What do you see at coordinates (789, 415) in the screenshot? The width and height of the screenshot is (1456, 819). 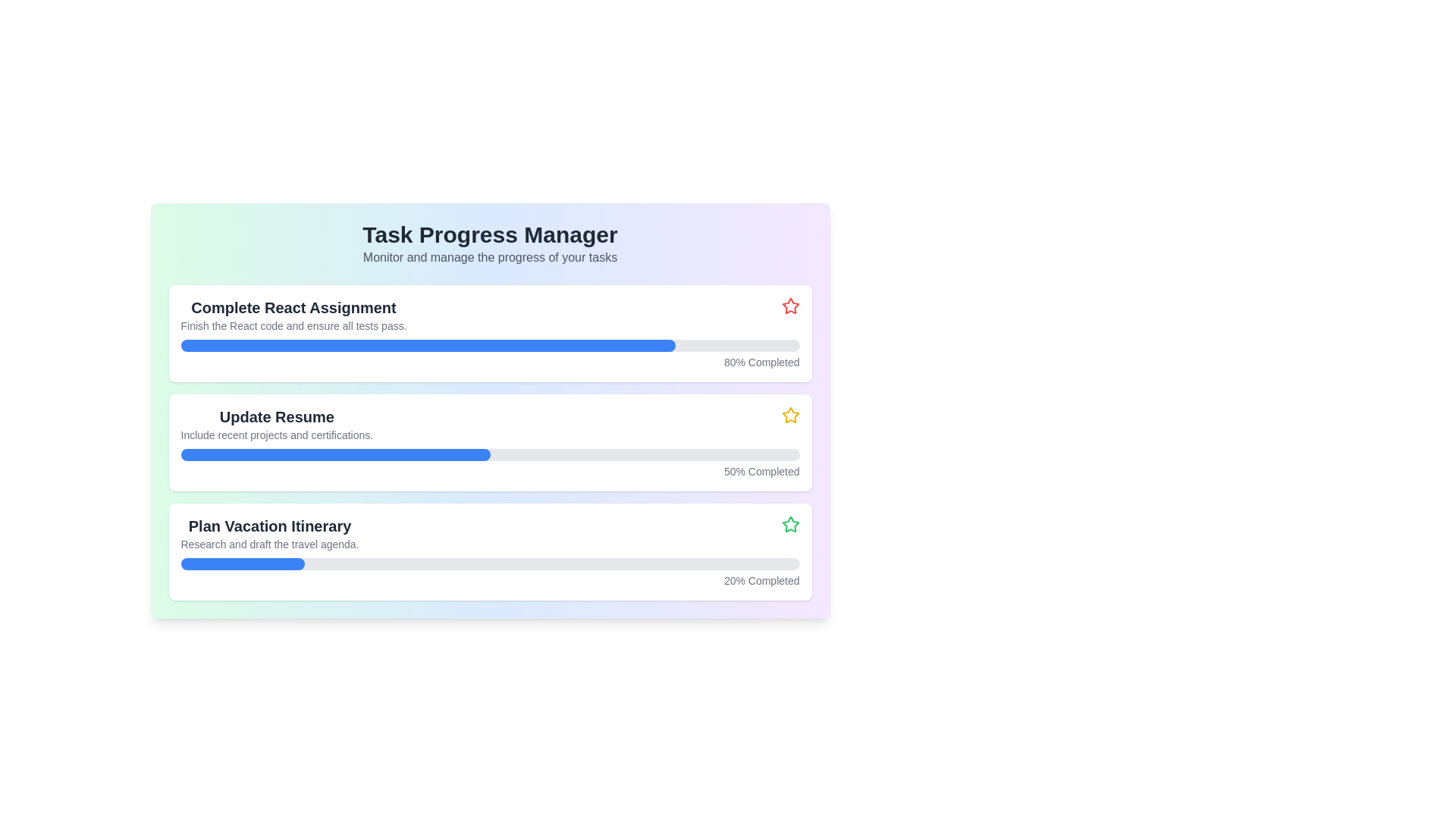 I see `the star icon located at the top-right corner of the 'Update Resume' card, which serves as a favorite or priority marker for the associated task` at bounding box center [789, 415].